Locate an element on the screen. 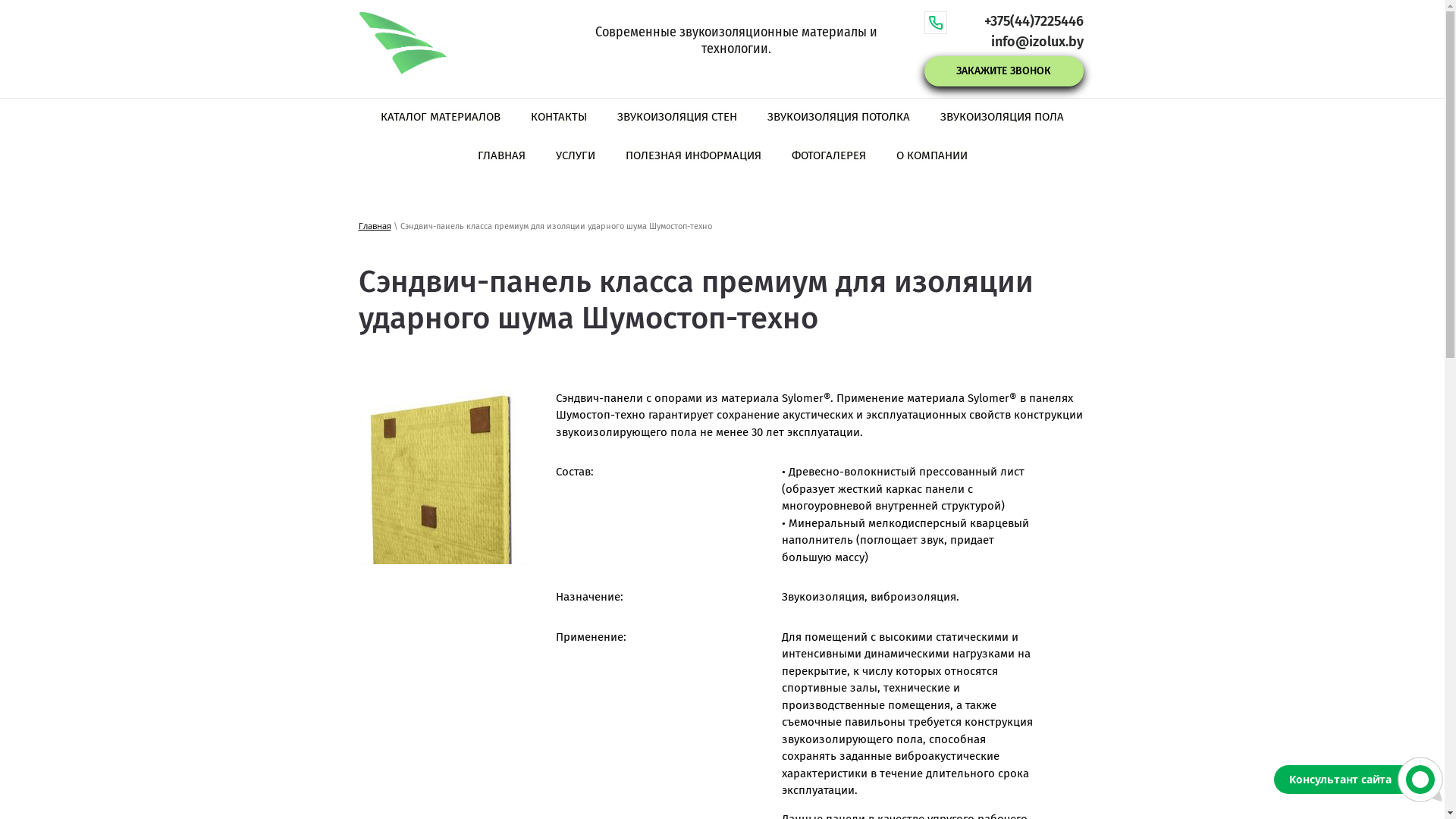 This screenshot has width=1456, height=819. 'info@izolux.by' is located at coordinates (1036, 40).